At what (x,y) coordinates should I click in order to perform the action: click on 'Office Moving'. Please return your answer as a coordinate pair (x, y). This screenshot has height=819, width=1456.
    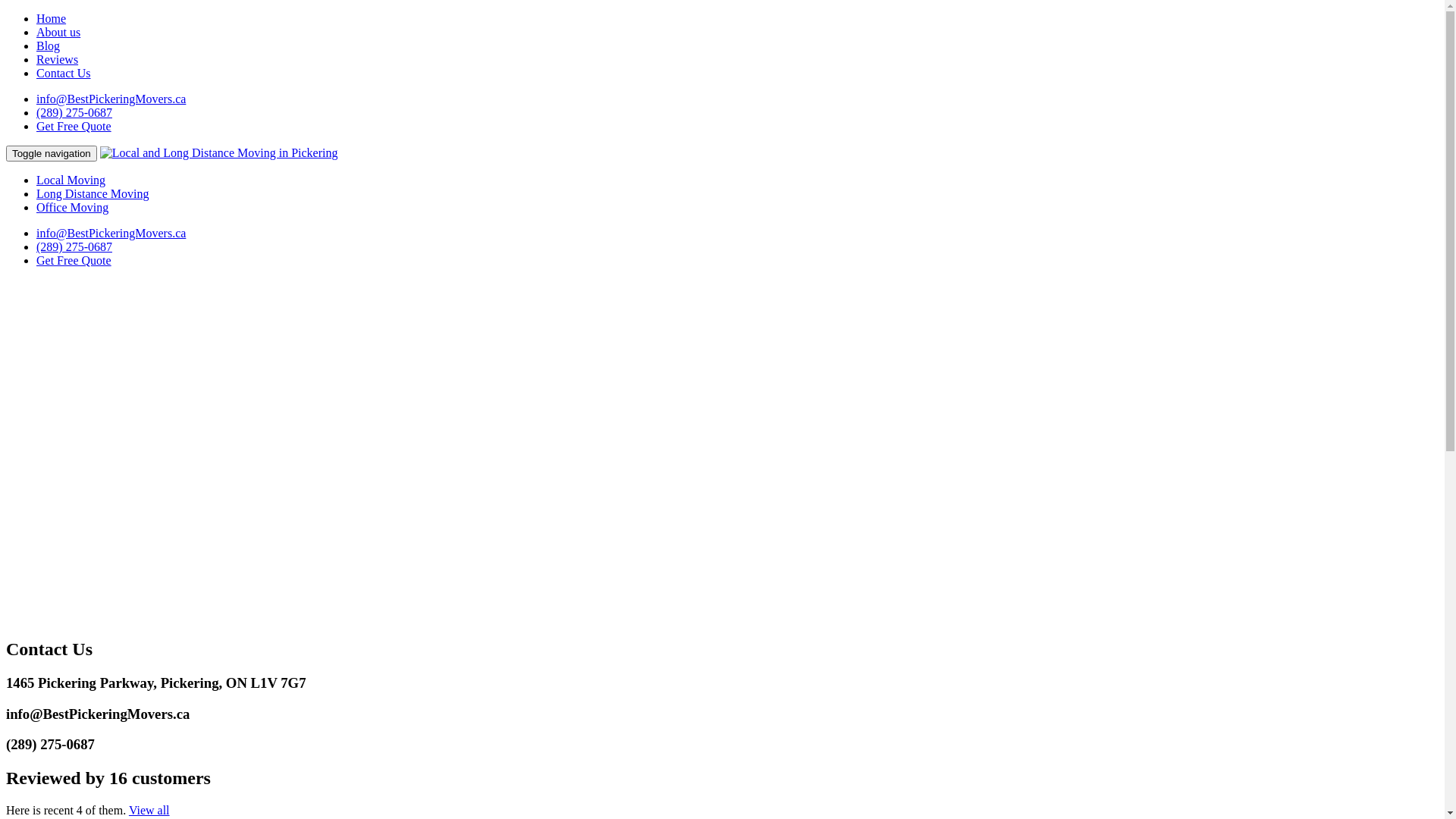
    Looking at the image, I should click on (71, 207).